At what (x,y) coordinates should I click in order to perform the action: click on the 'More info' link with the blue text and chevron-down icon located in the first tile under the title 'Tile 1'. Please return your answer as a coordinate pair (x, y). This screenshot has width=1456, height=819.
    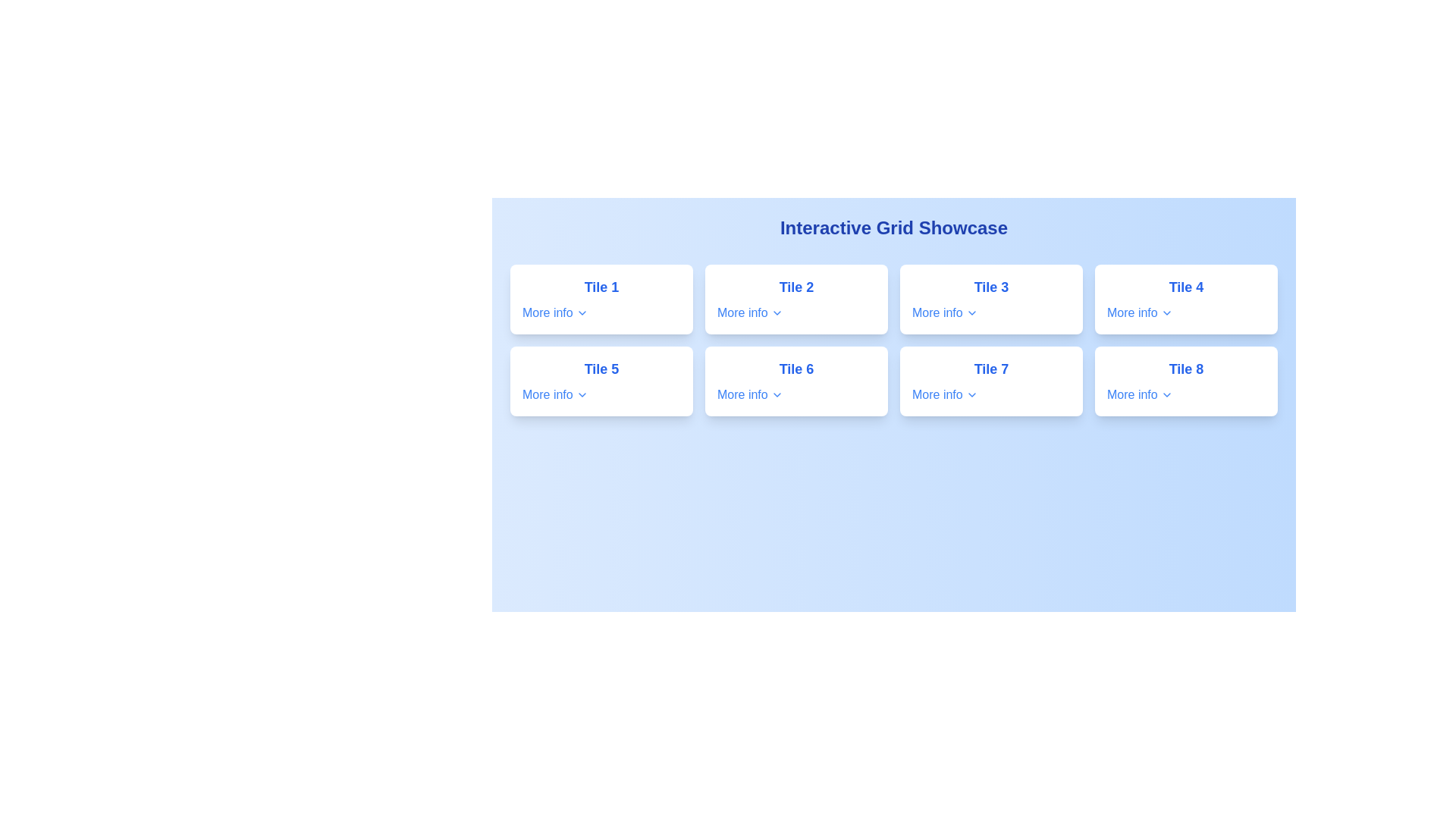
    Looking at the image, I should click on (554, 312).